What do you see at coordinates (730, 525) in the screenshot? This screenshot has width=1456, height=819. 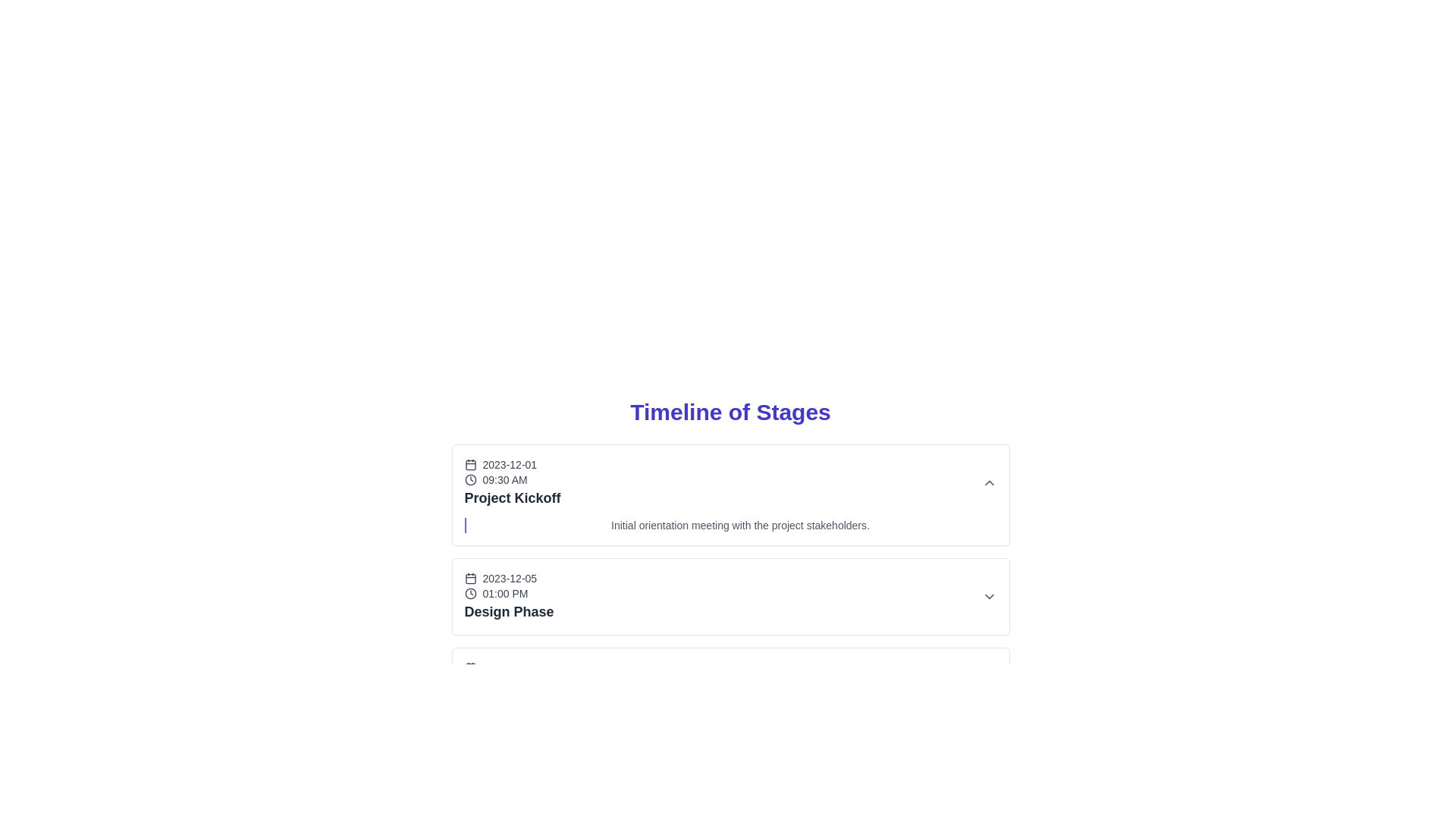 I see `the text label styled in small gray font located beneath the 'Project Kickoff' section and below the timestamp '2023-12-01 09:30 AM' for additional actions` at bounding box center [730, 525].